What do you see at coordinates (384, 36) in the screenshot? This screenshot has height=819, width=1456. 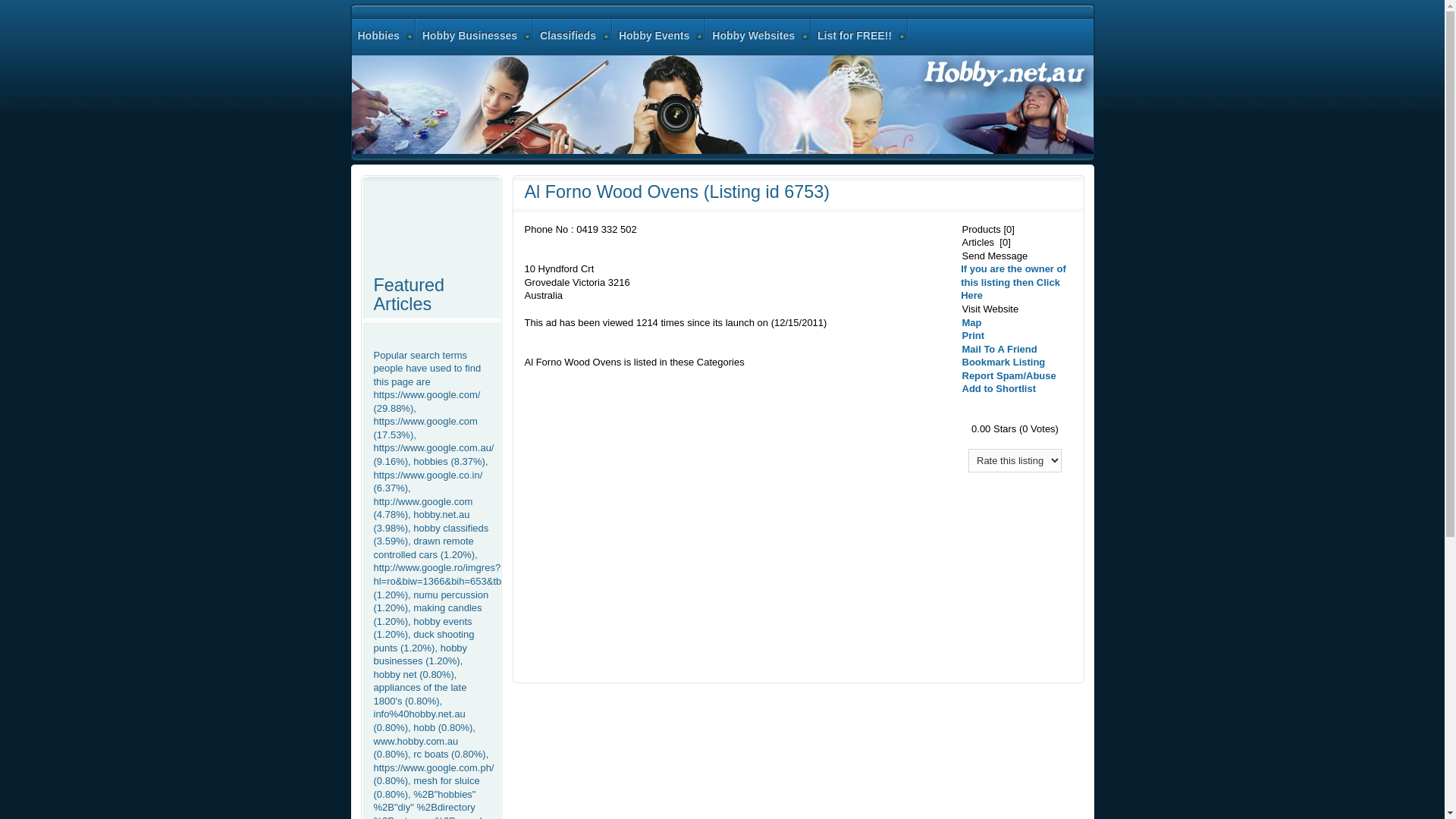 I see `'Hobbies'` at bounding box center [384, 36].